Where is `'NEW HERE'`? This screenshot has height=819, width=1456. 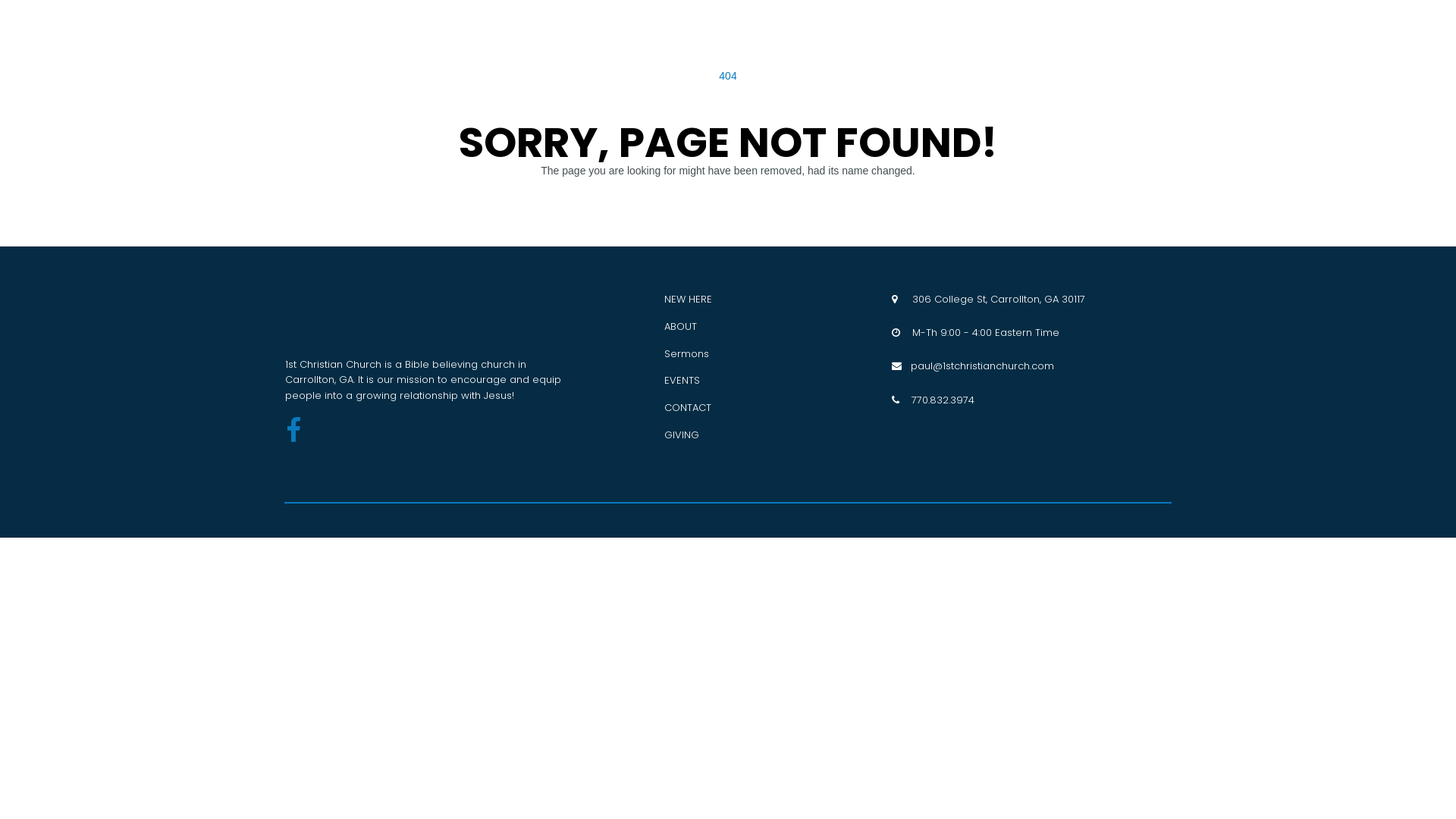
'NEW HERE' is located at coordinates (687, 299).